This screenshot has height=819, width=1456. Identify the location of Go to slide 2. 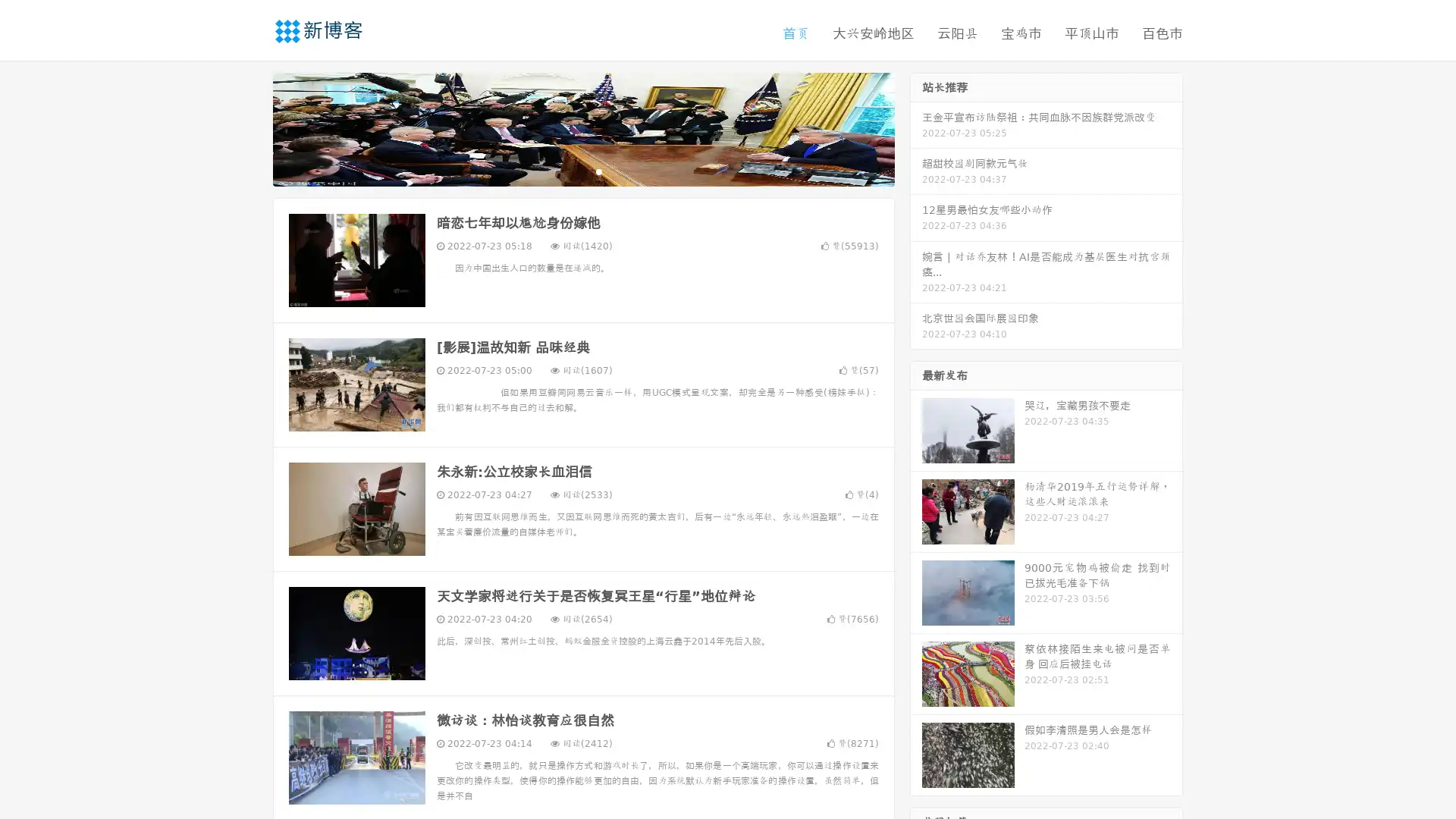
(582, 171).